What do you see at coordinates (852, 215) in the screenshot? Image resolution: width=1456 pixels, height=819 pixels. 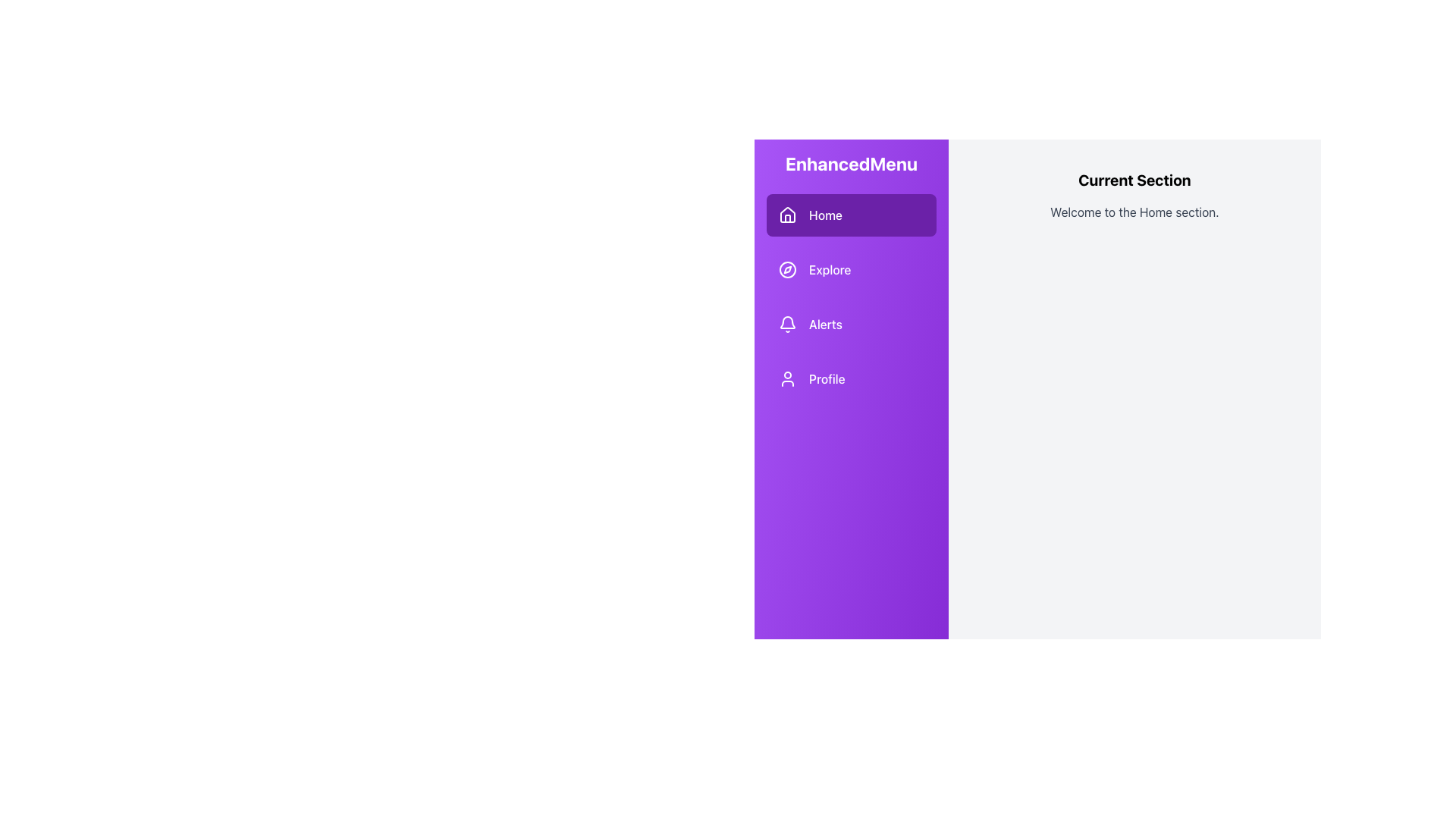 I see `the first navigational button in the leftmost purple sidebar to trigger a style change` at bounding box center [852, 215].